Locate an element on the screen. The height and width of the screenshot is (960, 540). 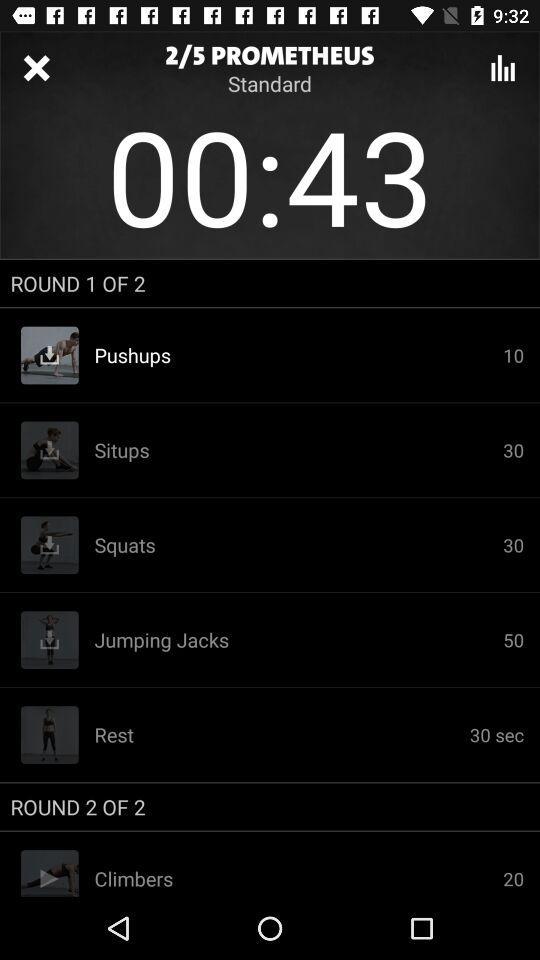
the icon to the left of 30 is located at coordinates (297, 639).